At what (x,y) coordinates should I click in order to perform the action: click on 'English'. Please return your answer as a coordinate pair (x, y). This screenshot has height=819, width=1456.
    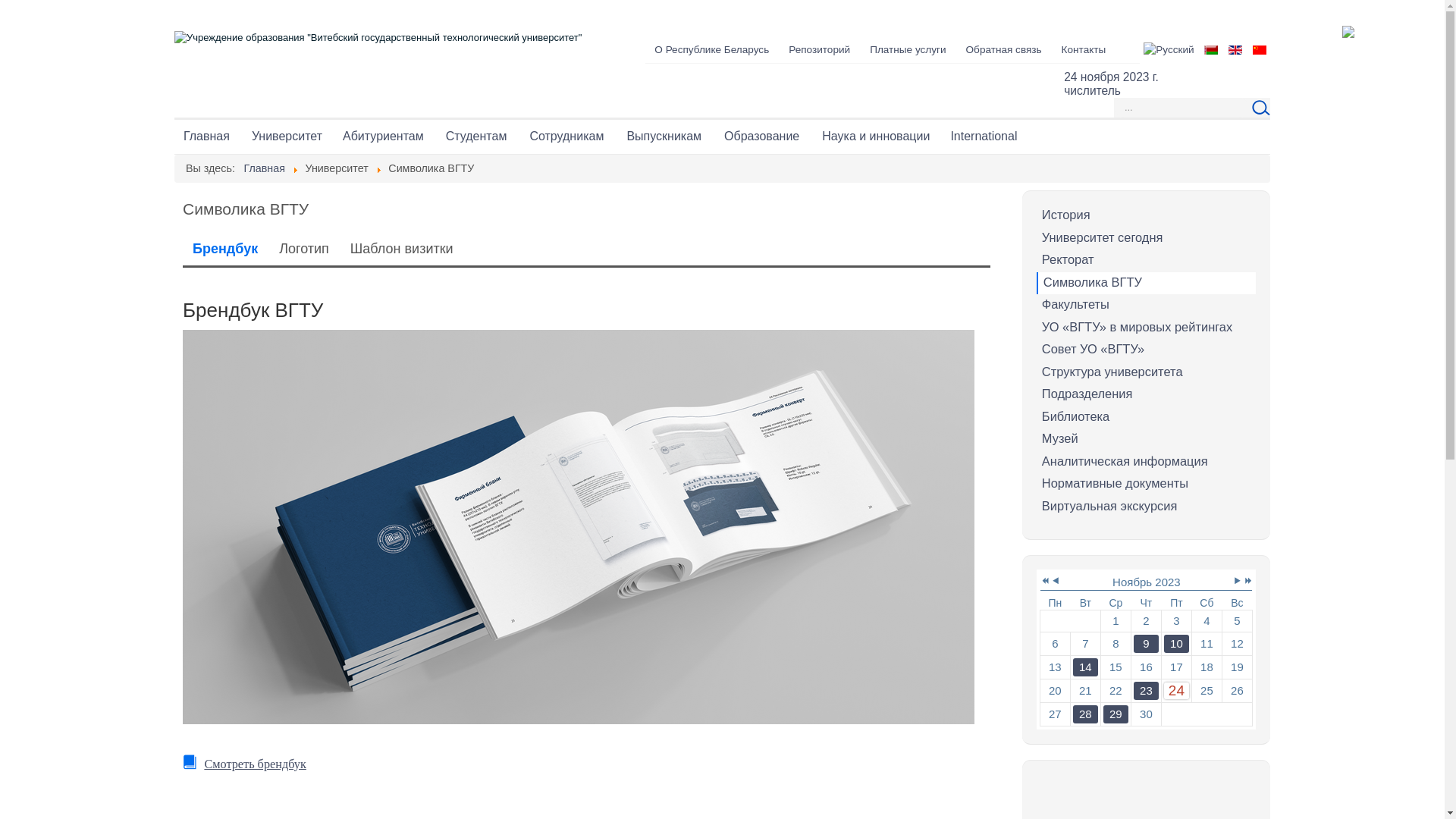
    Looking at the image, I should click on (1235, 49).